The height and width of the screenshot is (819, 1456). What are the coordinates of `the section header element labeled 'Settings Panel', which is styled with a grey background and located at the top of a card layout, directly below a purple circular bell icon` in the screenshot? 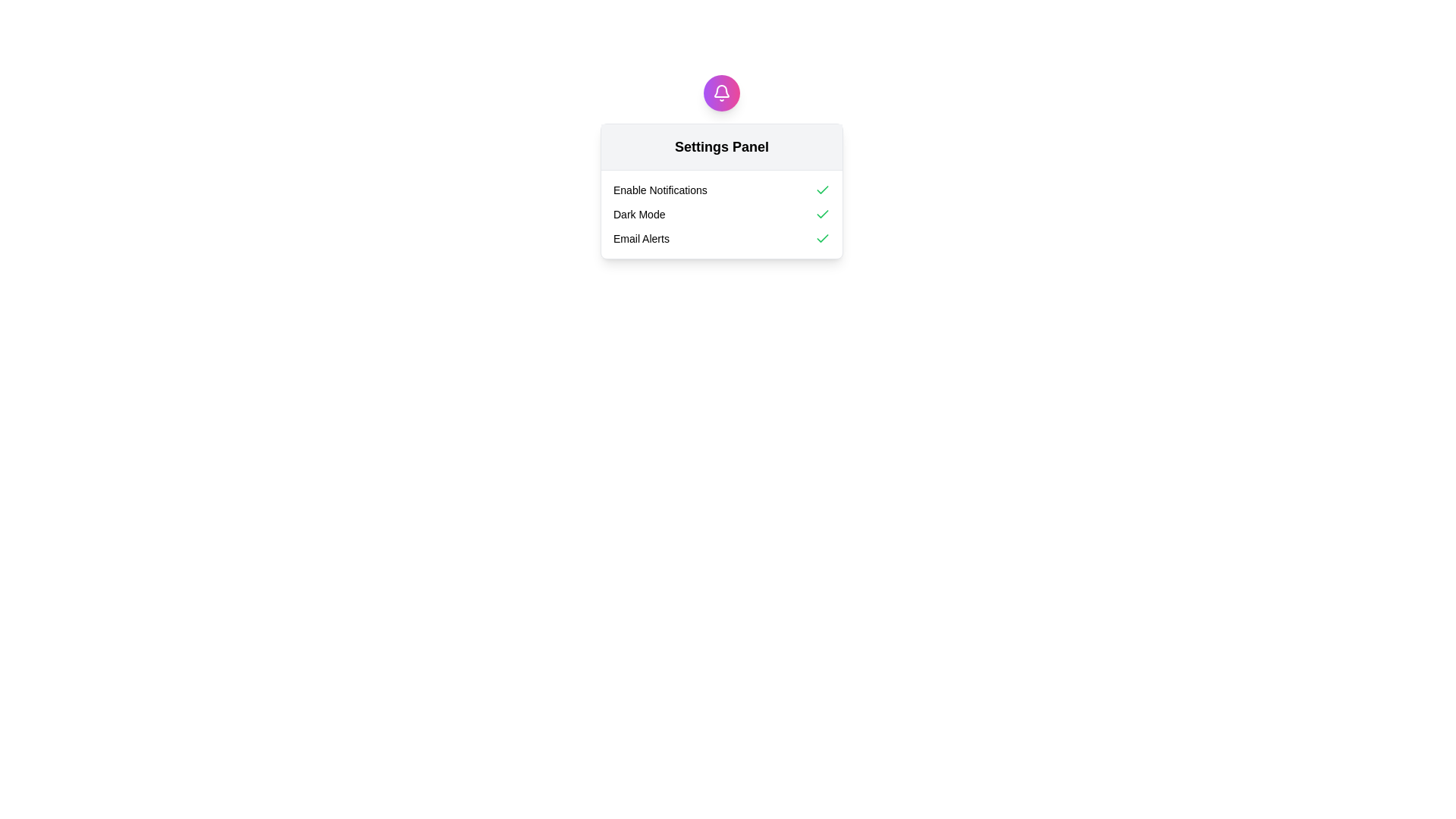 It's located at (720, 147).